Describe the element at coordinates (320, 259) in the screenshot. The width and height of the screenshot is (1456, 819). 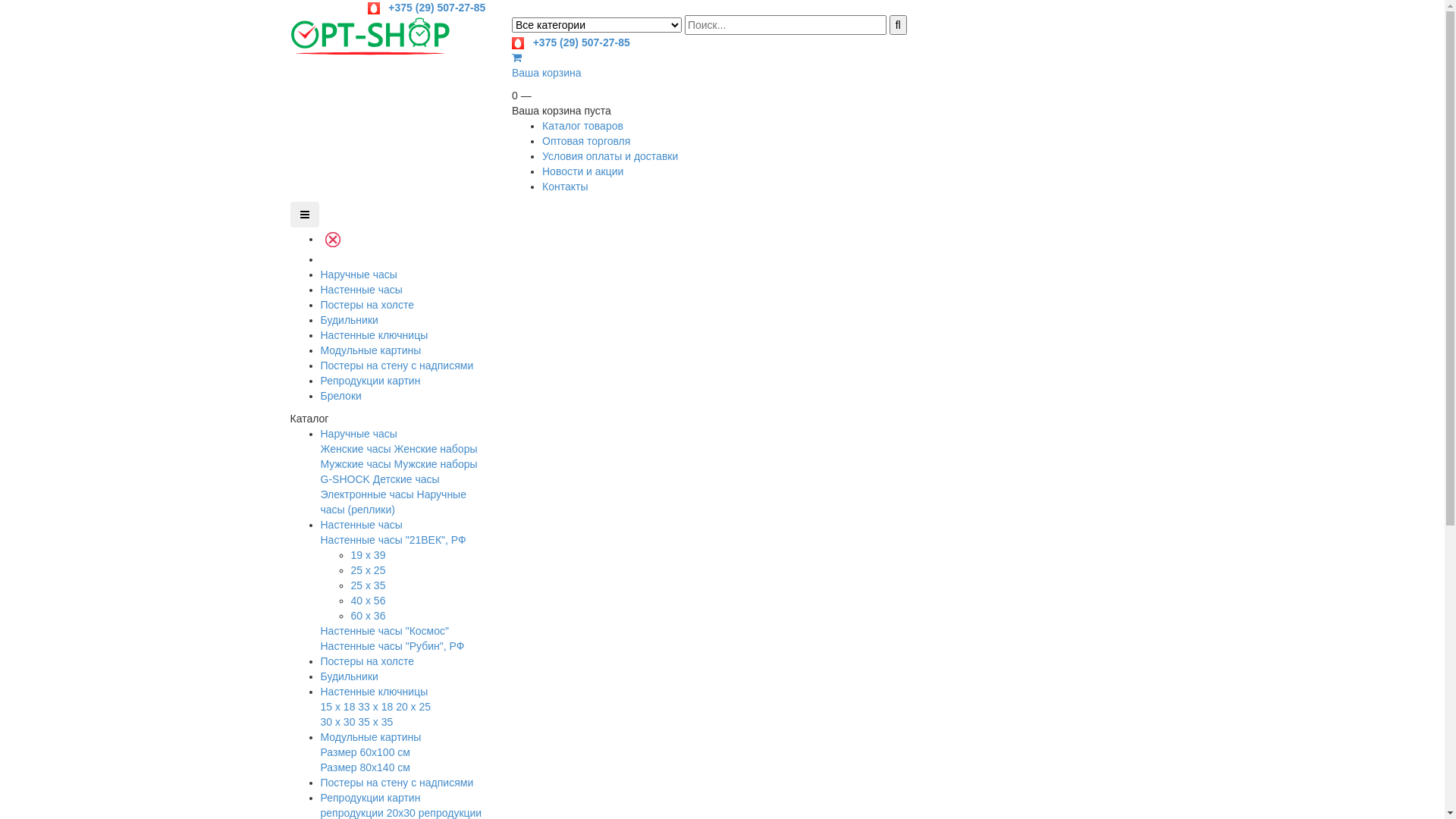
I see `' '` at that location.